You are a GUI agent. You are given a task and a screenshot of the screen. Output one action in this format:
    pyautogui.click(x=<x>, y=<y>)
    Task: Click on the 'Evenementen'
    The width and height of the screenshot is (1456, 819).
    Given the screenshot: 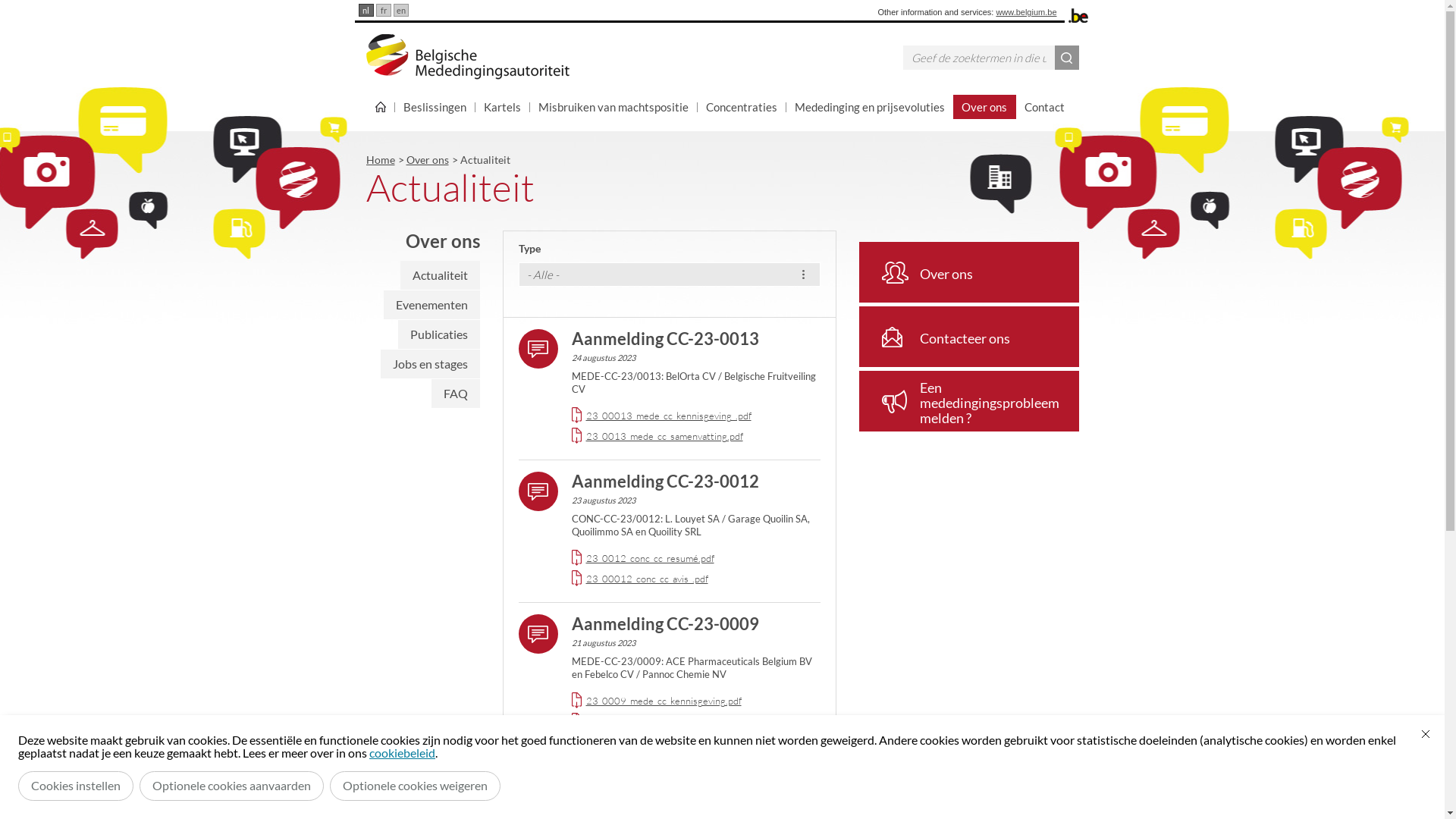 What is the action you would take?
    pyautogui.click(x=431, y=304)
    